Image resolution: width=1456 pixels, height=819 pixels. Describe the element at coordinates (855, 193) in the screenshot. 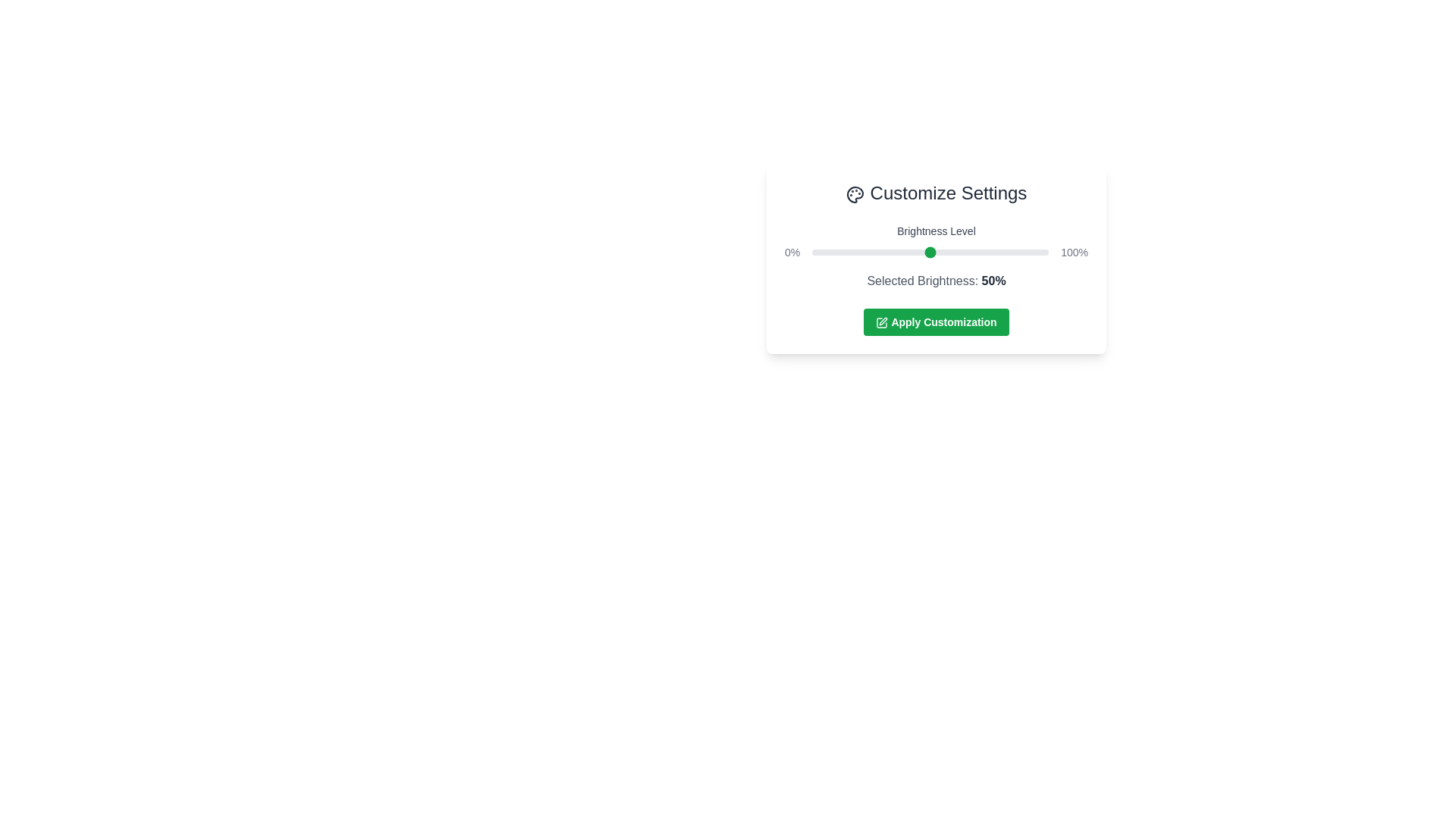

I see `the palette icon located next to the 'Customize Settings' heading, which features a circular design with small circular spots representing paint colors` at that location.